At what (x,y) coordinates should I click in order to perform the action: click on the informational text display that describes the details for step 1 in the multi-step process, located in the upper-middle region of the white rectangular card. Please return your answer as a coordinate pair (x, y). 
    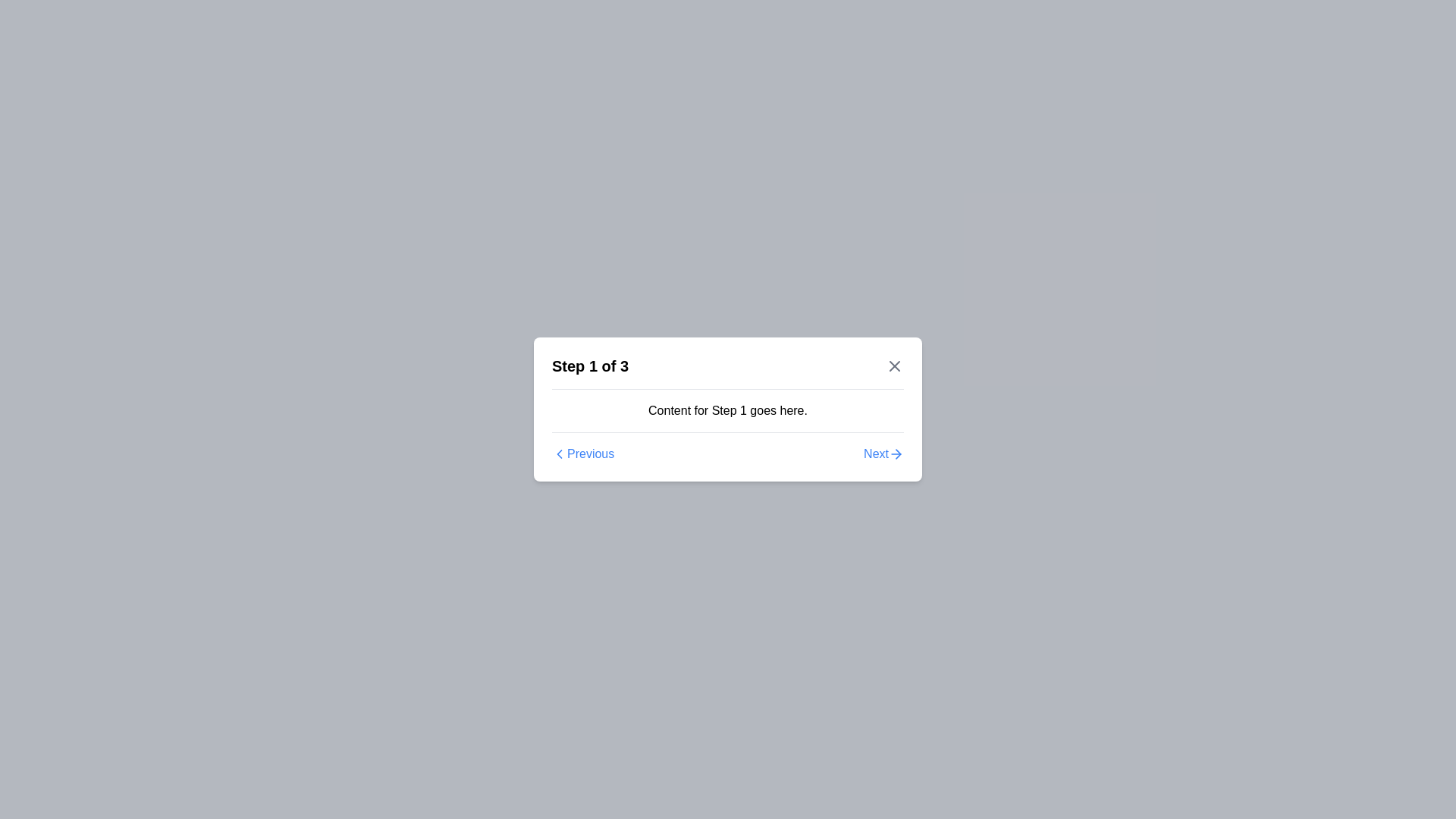
    Looking at the image, I should click on (728, 411).